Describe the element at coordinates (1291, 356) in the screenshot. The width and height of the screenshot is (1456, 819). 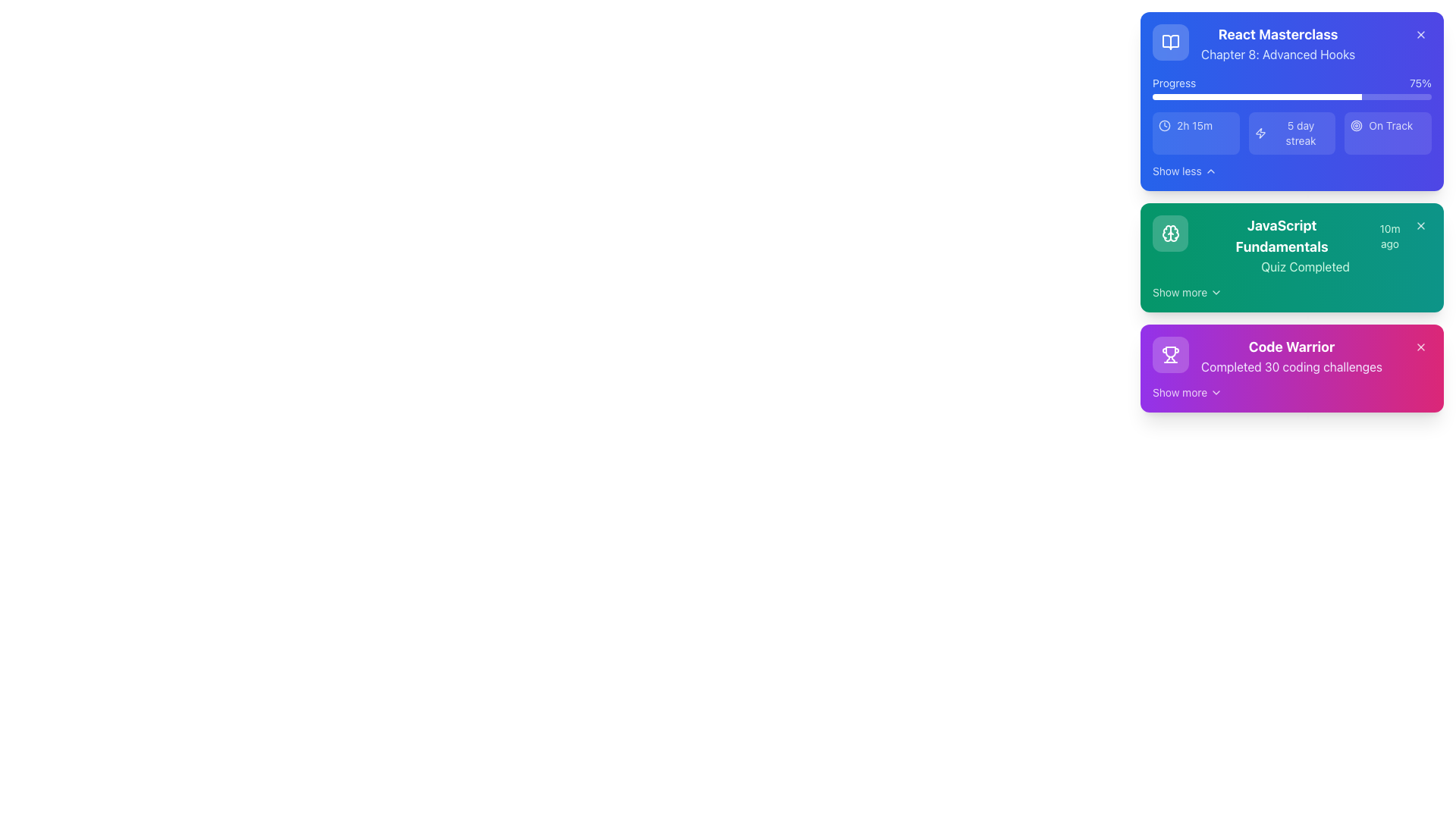
I see `the 'Code Warrior' text display element within the third card in the right-side panel, which highlights the completion of coding challenges` at that location.